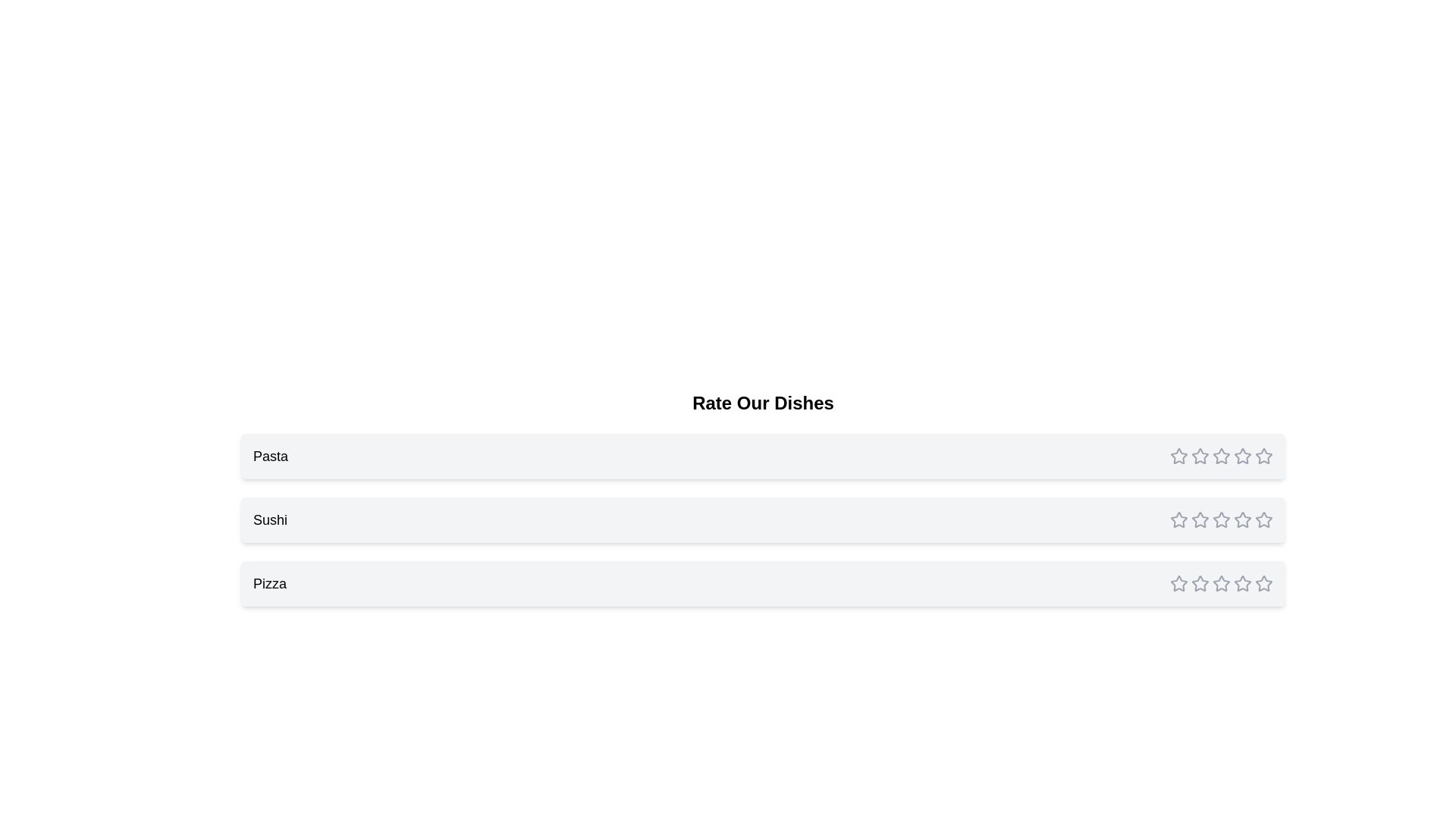 The height and width of the screenshot is (819, 1456). I want to click on the second star, so click(1222, 583).